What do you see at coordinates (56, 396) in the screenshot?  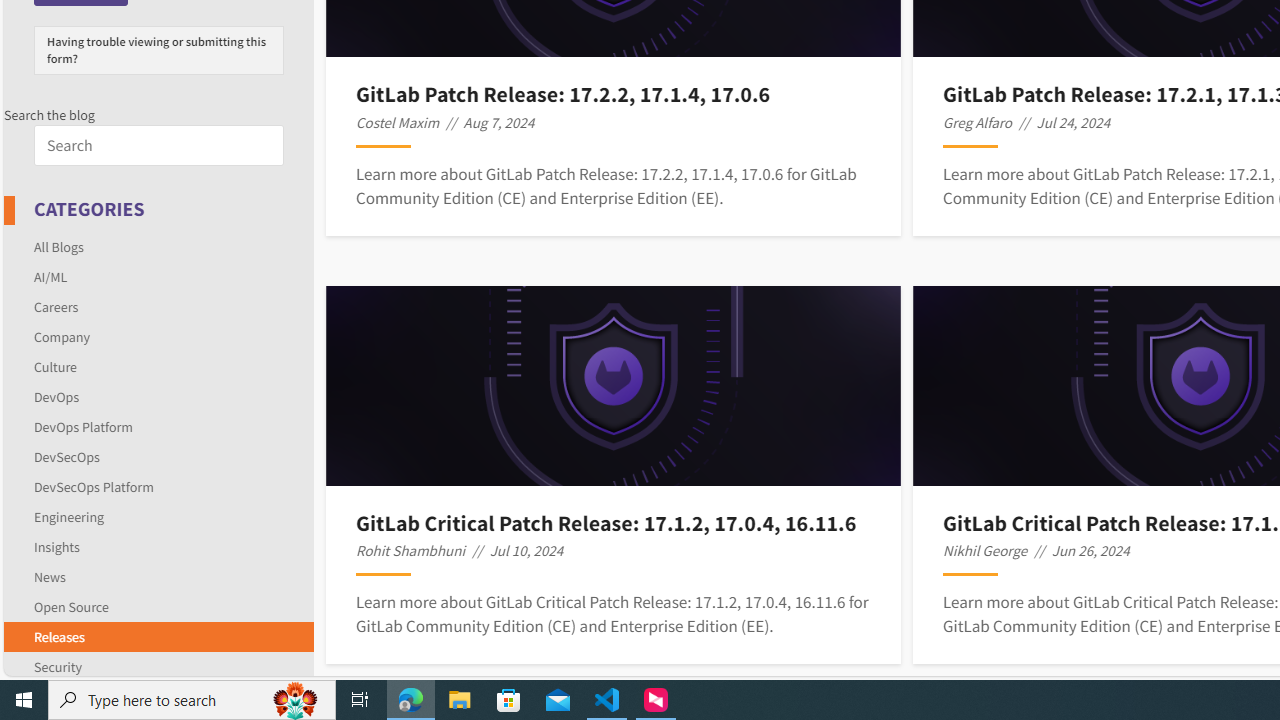 I see `'DevOps'` at bounding box center [56, 396].